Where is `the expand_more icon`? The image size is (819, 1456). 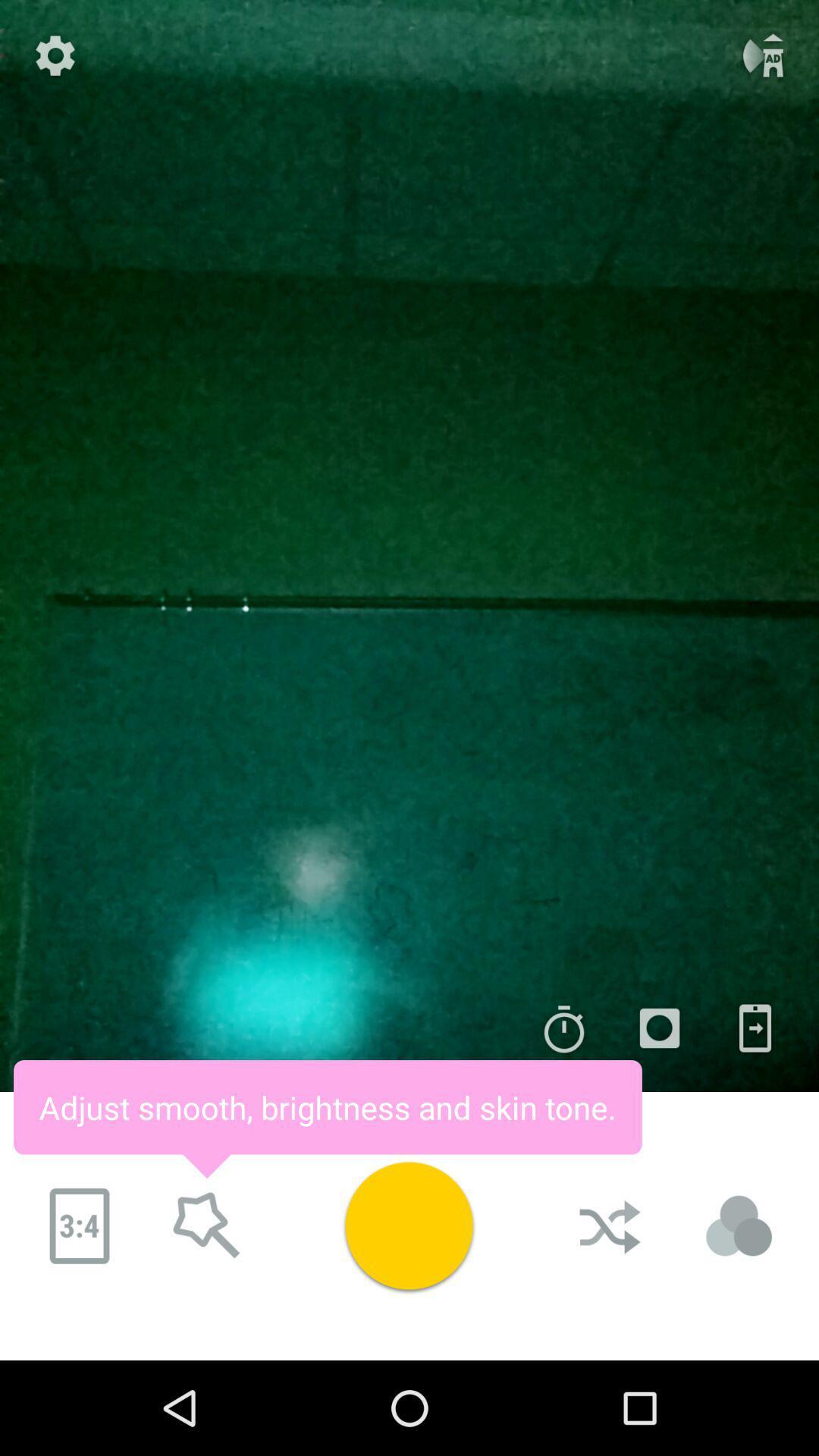 the expand_more icon is located at coordinates (207, 1261).